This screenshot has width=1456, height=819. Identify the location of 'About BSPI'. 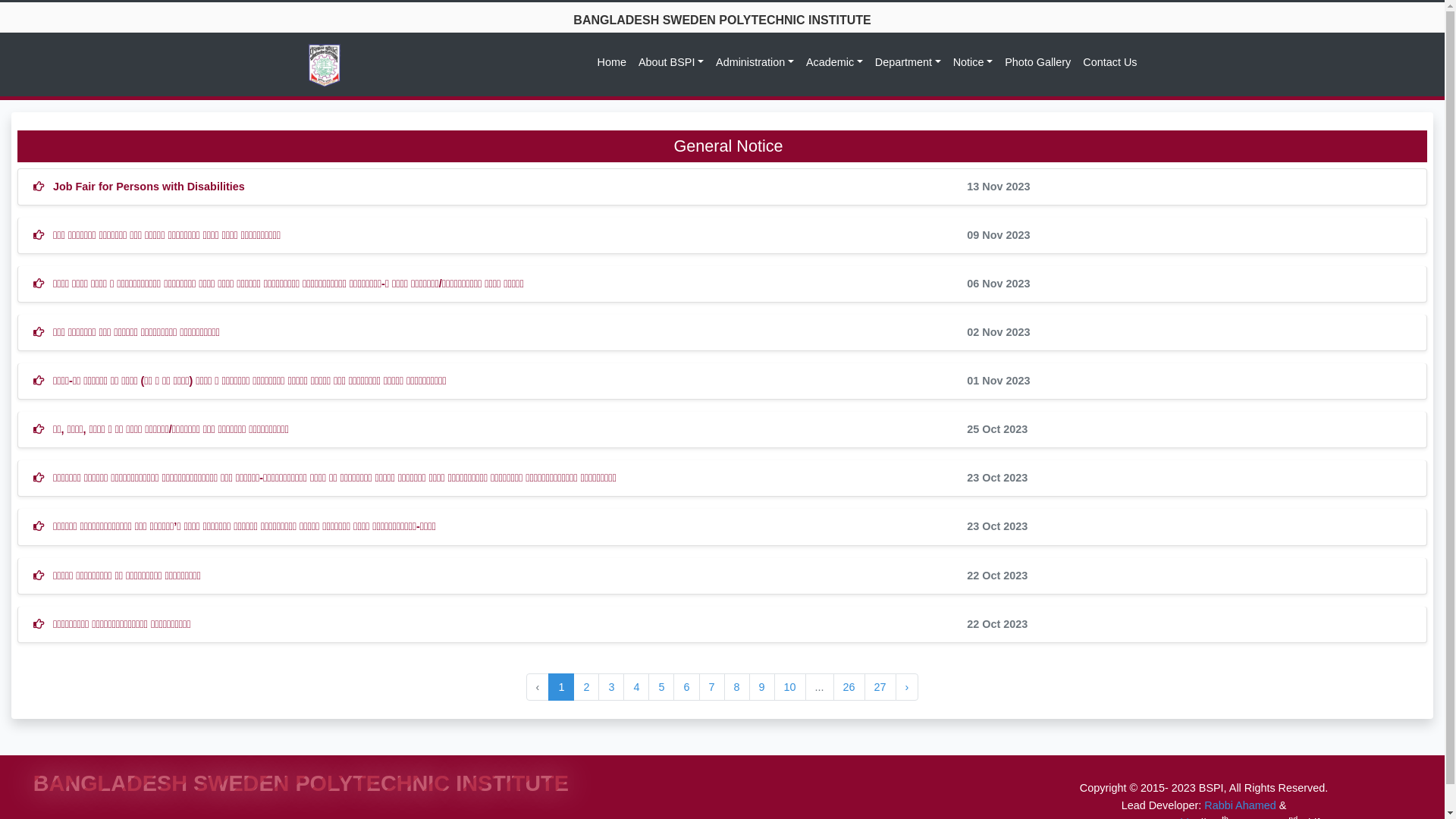
(670, 61).